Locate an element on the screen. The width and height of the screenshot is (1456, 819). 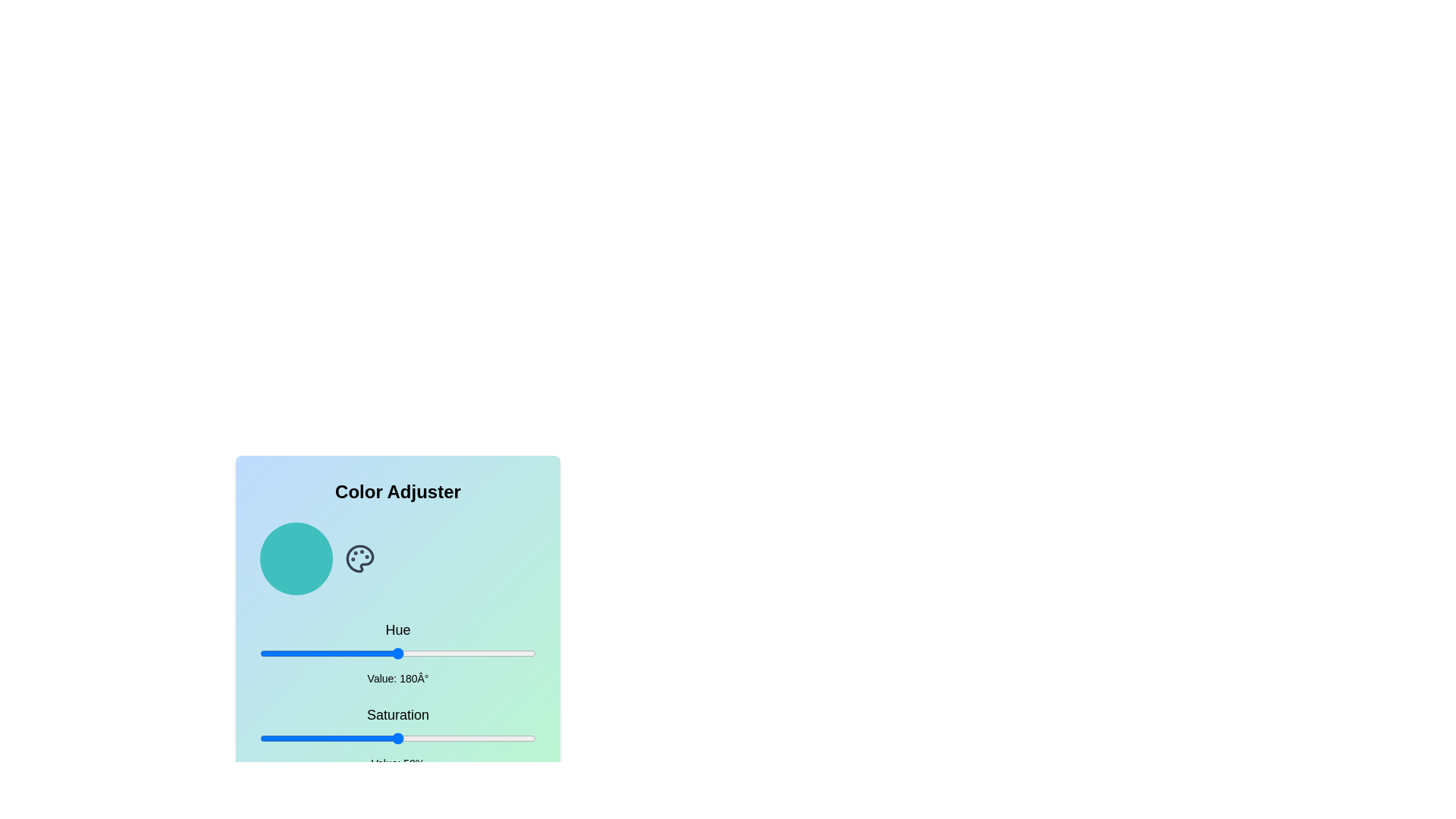
the color preview circle to activate or interact with it is located at coordinates (296, 558).